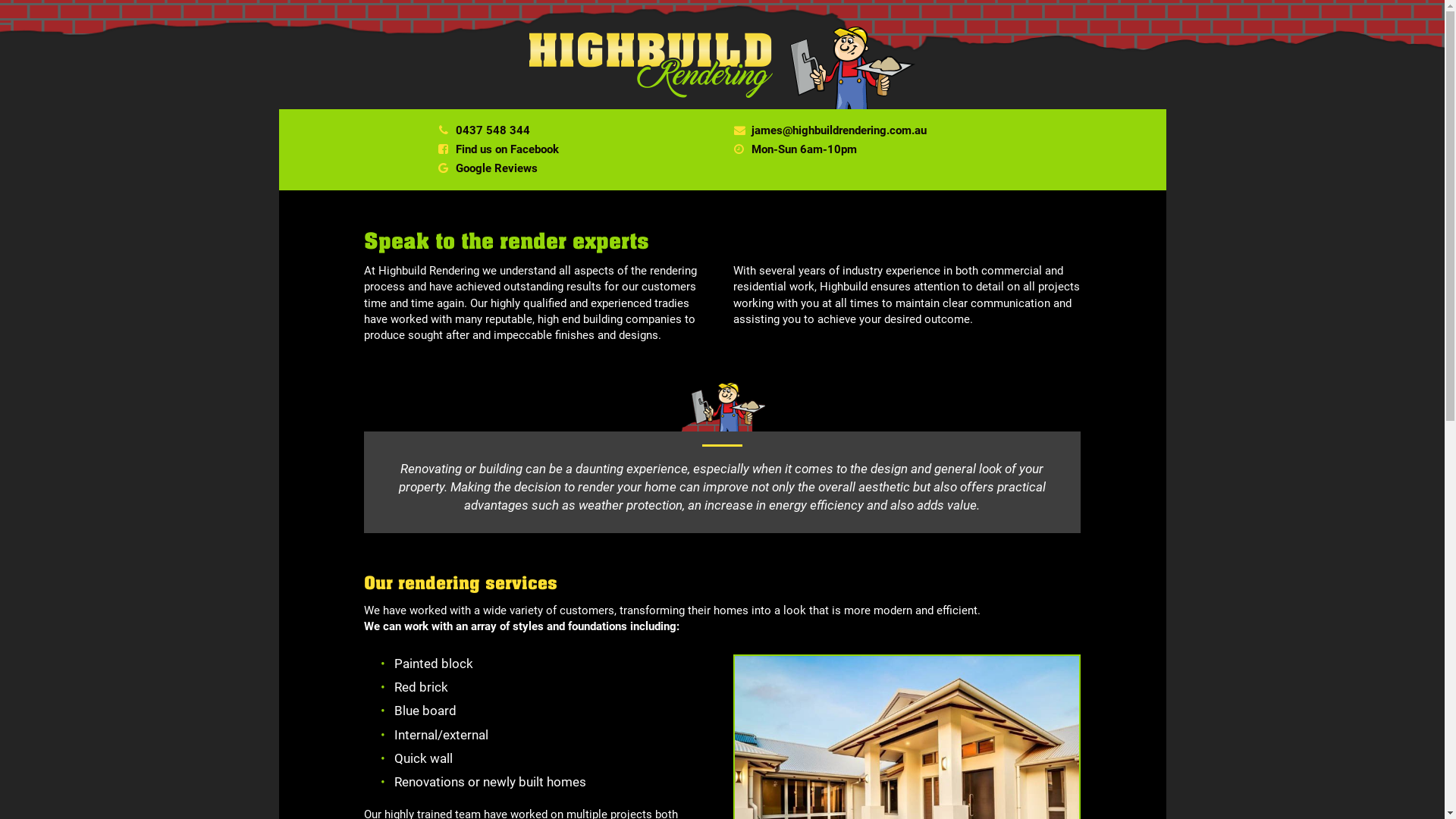  I want to click on 'james@highbuildrendering.com.au', so click(838, 130).